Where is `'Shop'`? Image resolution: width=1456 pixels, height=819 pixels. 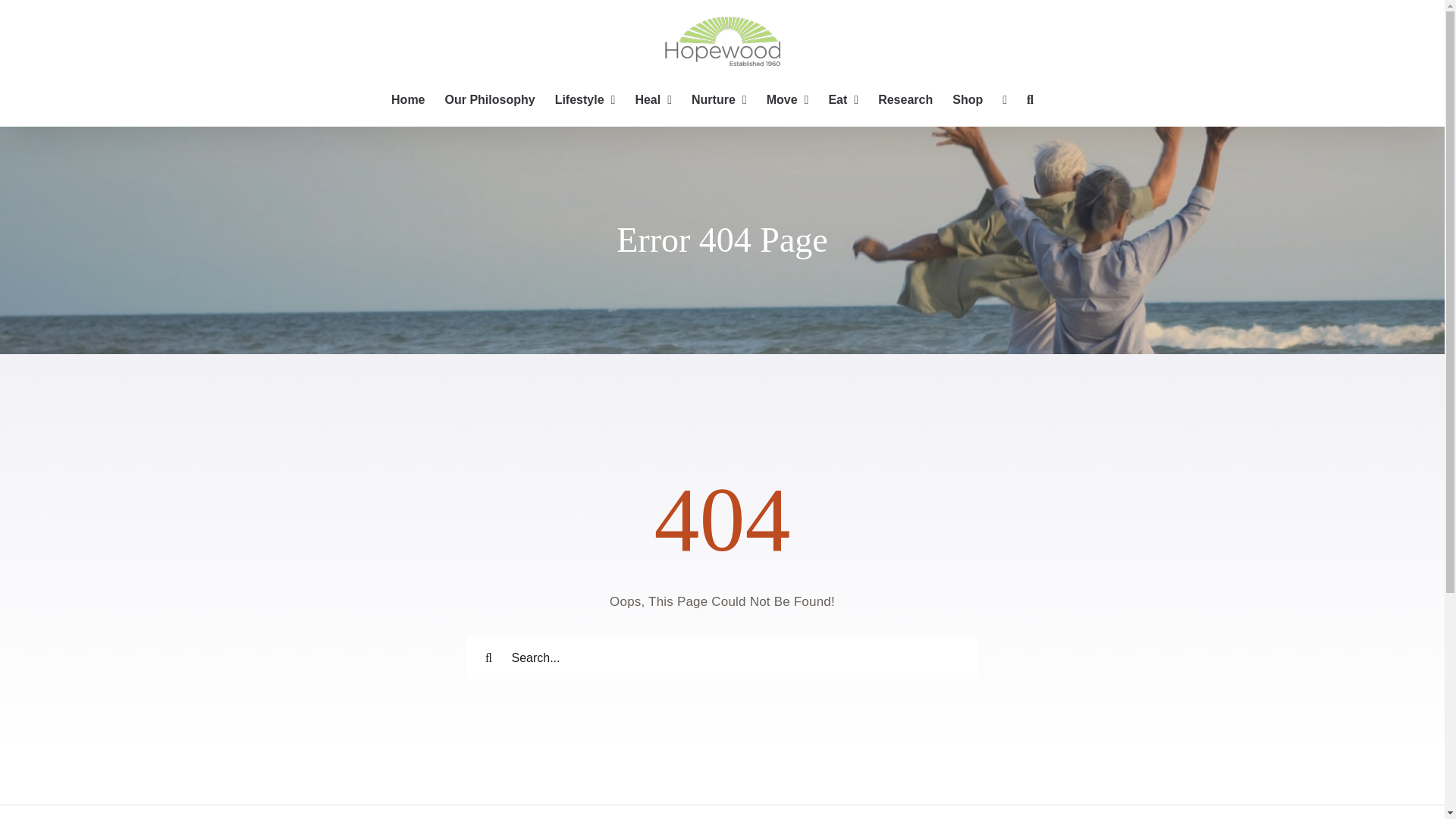
'Shop' is located at coordinates (967, 99).